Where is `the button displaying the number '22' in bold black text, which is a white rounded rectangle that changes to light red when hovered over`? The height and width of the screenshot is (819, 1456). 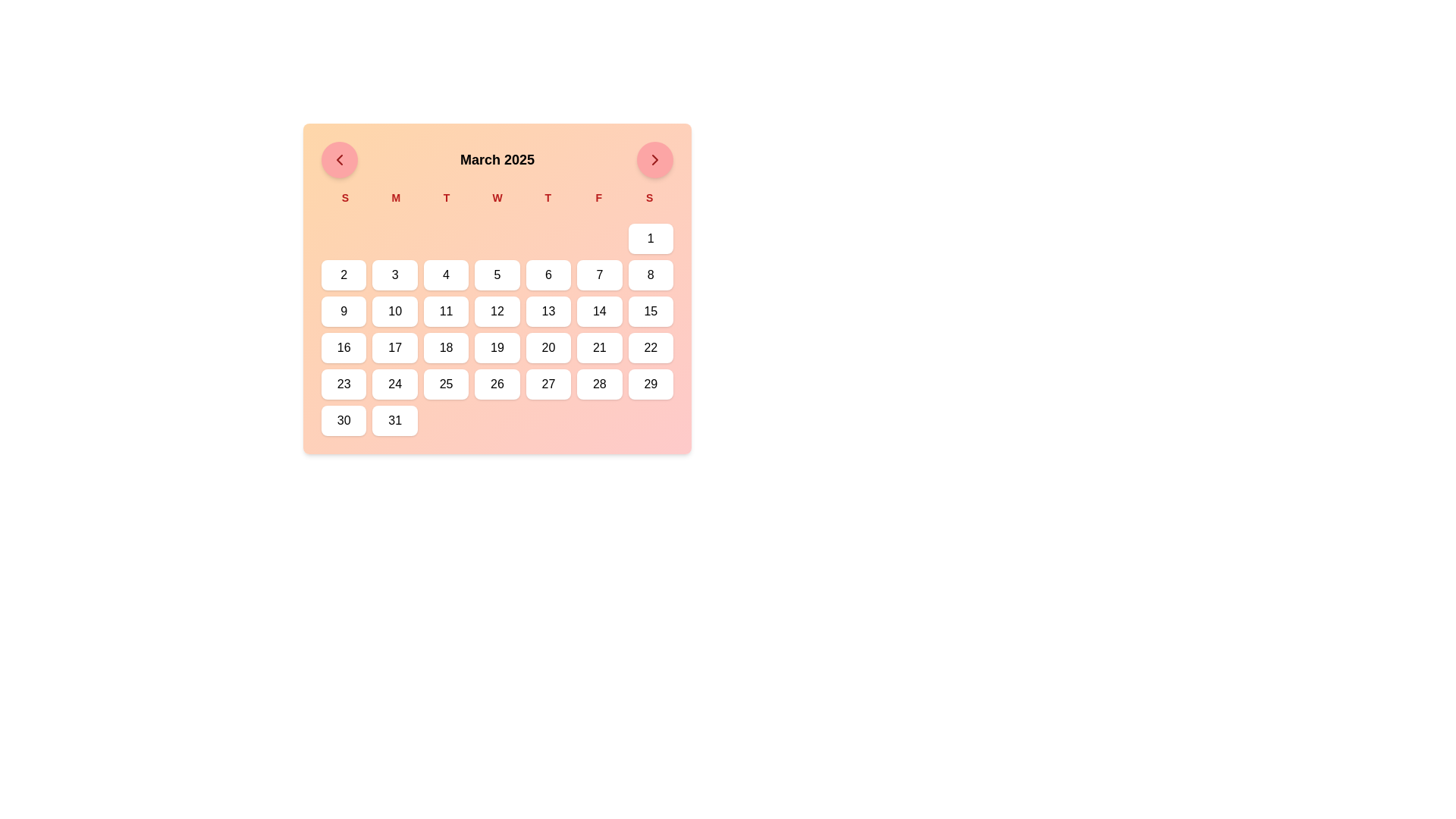 the button displaying the number '22' in bold black text, which is a white rounded rectangle that changes to light red when hovered over is located at coordinates (651, 348).